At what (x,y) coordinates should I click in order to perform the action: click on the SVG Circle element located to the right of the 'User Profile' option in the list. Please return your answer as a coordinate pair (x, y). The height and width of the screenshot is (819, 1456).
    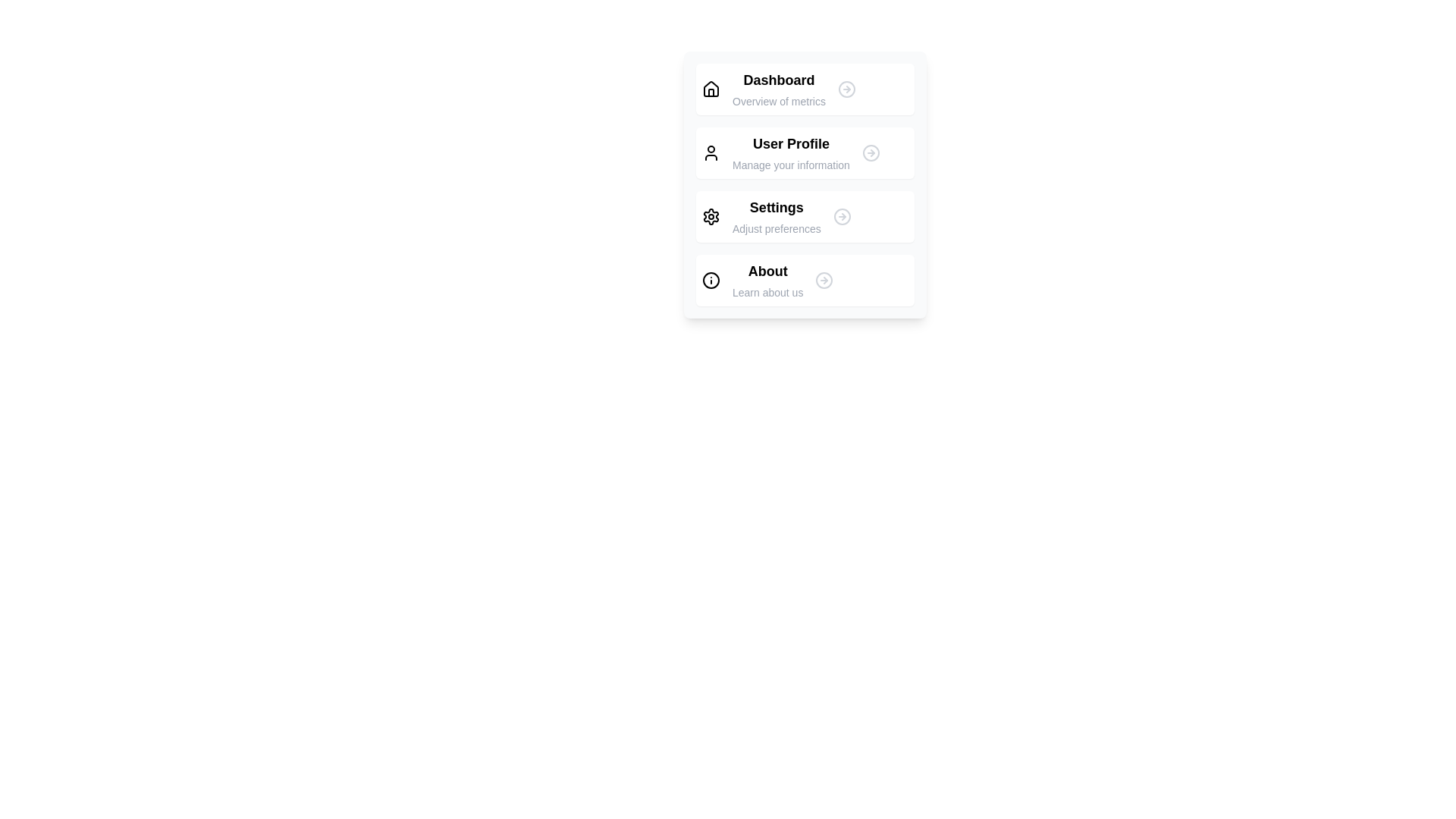
    Looking at the image, I should click on (871, 152).